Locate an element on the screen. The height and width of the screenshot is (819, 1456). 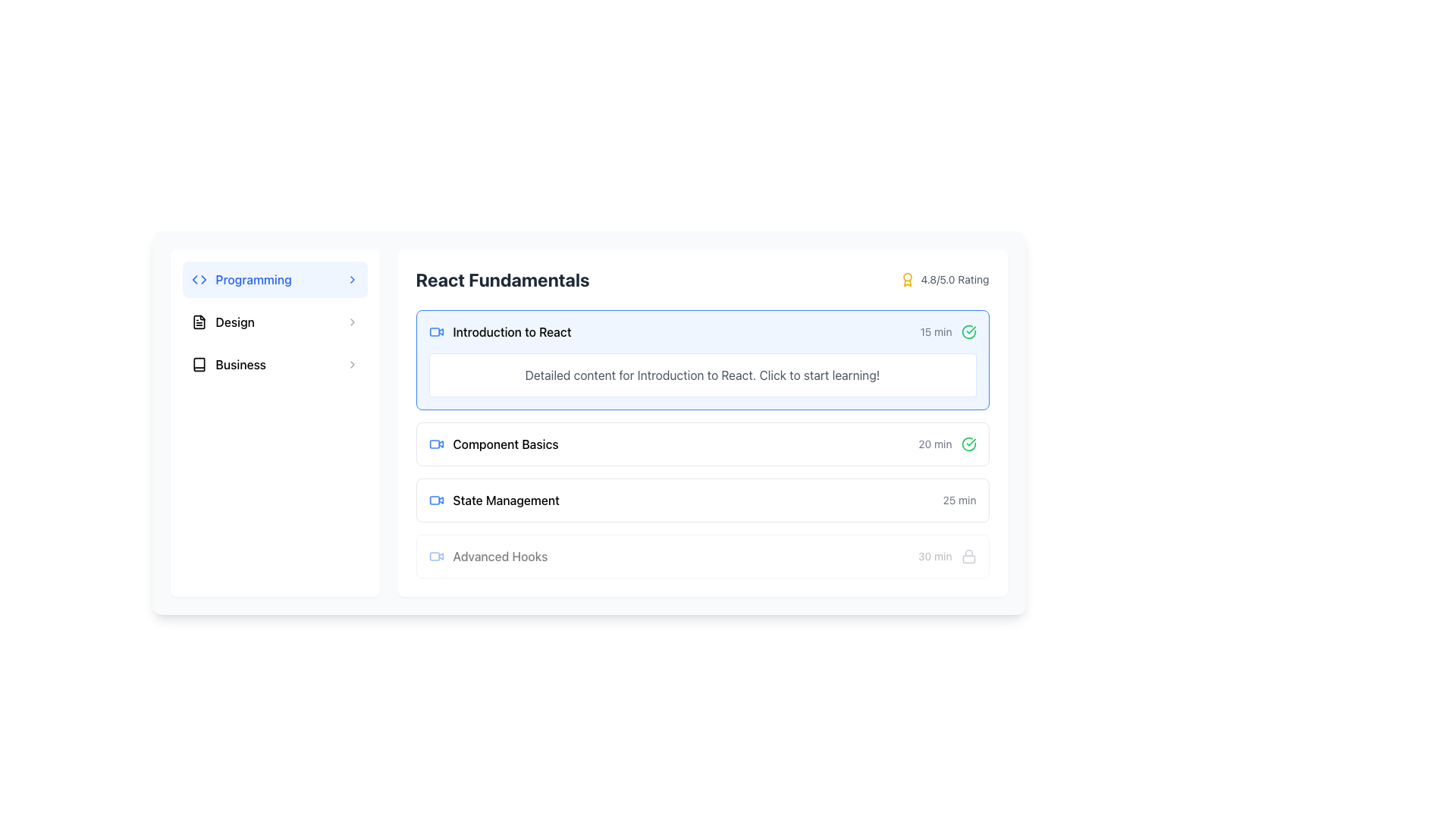
the interactive card titled 'Component Basics' within the 'React Fundamentals' section is located at coordinates (701, 444).